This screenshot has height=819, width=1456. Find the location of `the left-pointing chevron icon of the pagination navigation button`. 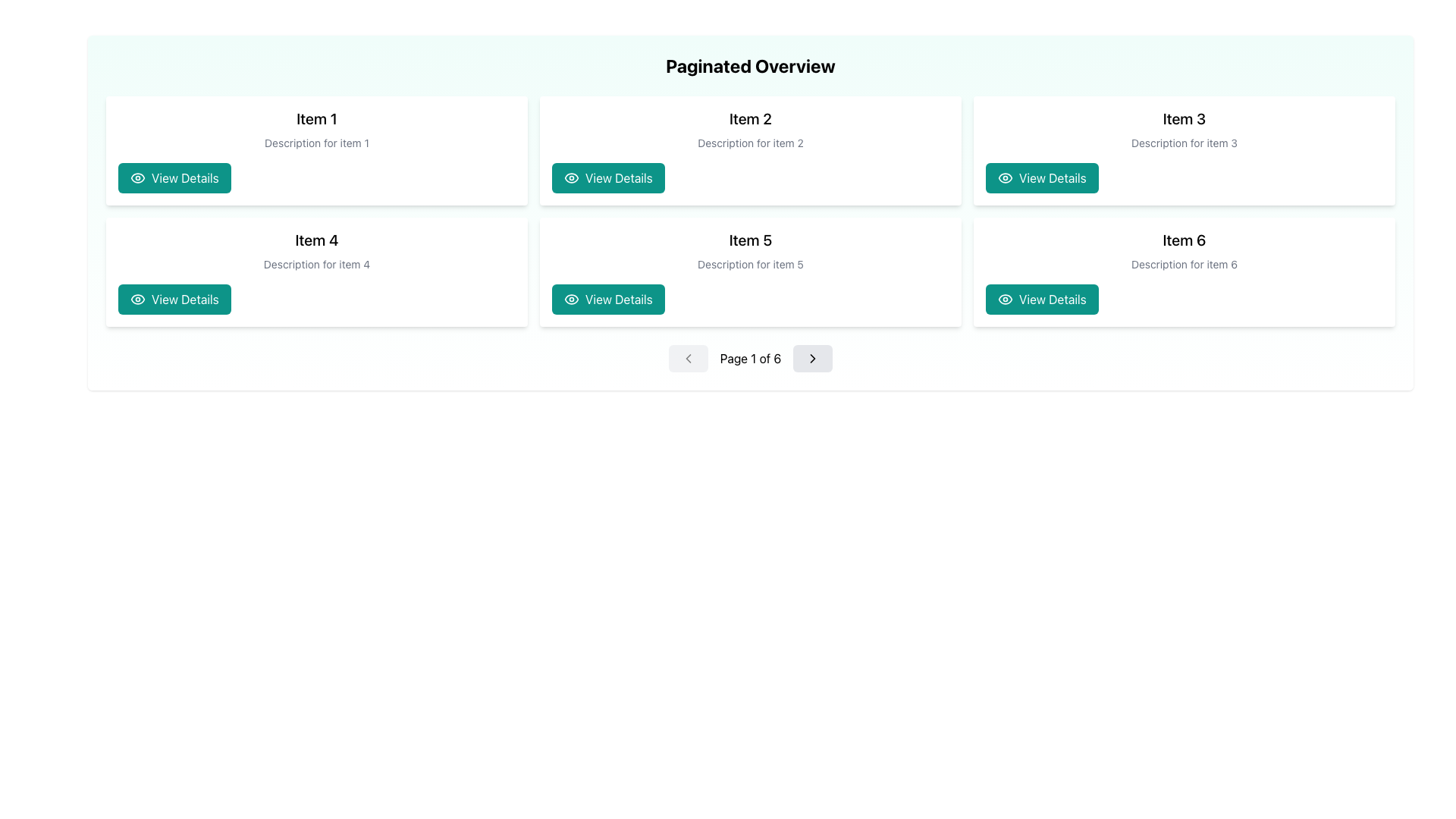

the left-pointing chevron icon of the pagination navigation button is located at coordinates (687, 359).